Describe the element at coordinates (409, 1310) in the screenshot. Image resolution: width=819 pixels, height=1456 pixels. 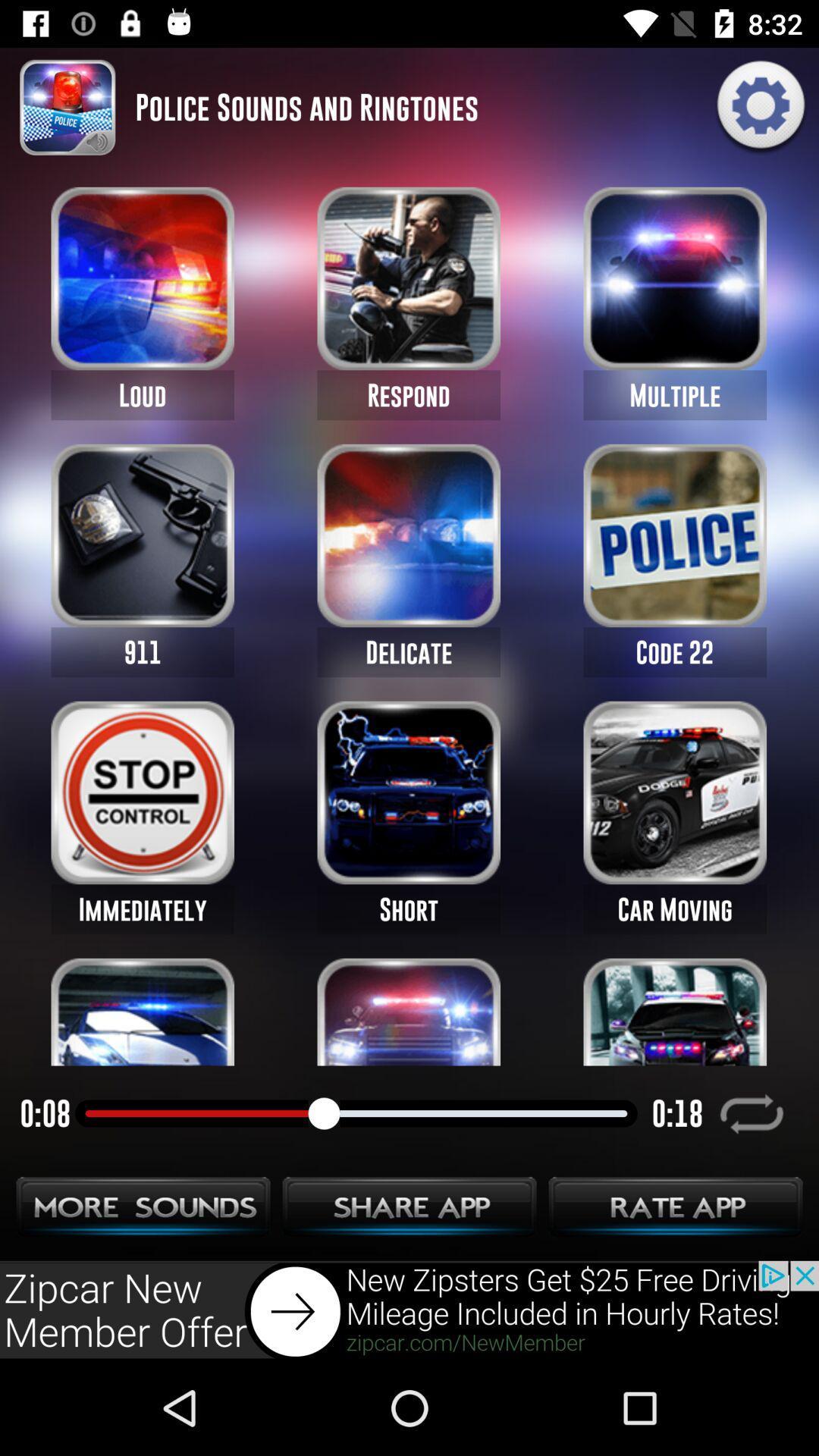
I see `advertisement` at that location.